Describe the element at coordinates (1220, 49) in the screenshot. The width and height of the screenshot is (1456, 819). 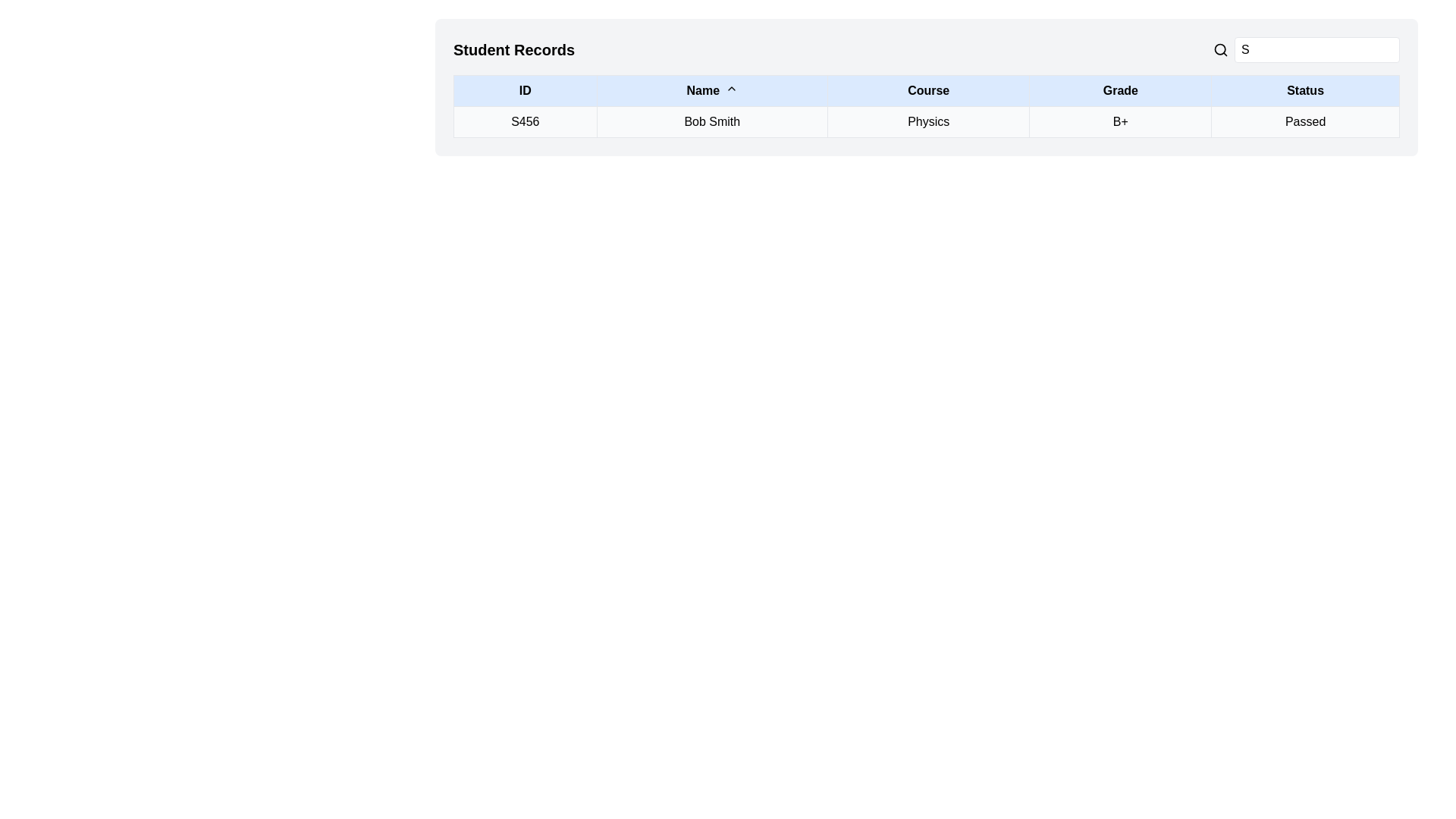
I see `the circular shape of the search icon located at the top-right corner of the interface, which represents the lens of the magnifying glass` at that location.